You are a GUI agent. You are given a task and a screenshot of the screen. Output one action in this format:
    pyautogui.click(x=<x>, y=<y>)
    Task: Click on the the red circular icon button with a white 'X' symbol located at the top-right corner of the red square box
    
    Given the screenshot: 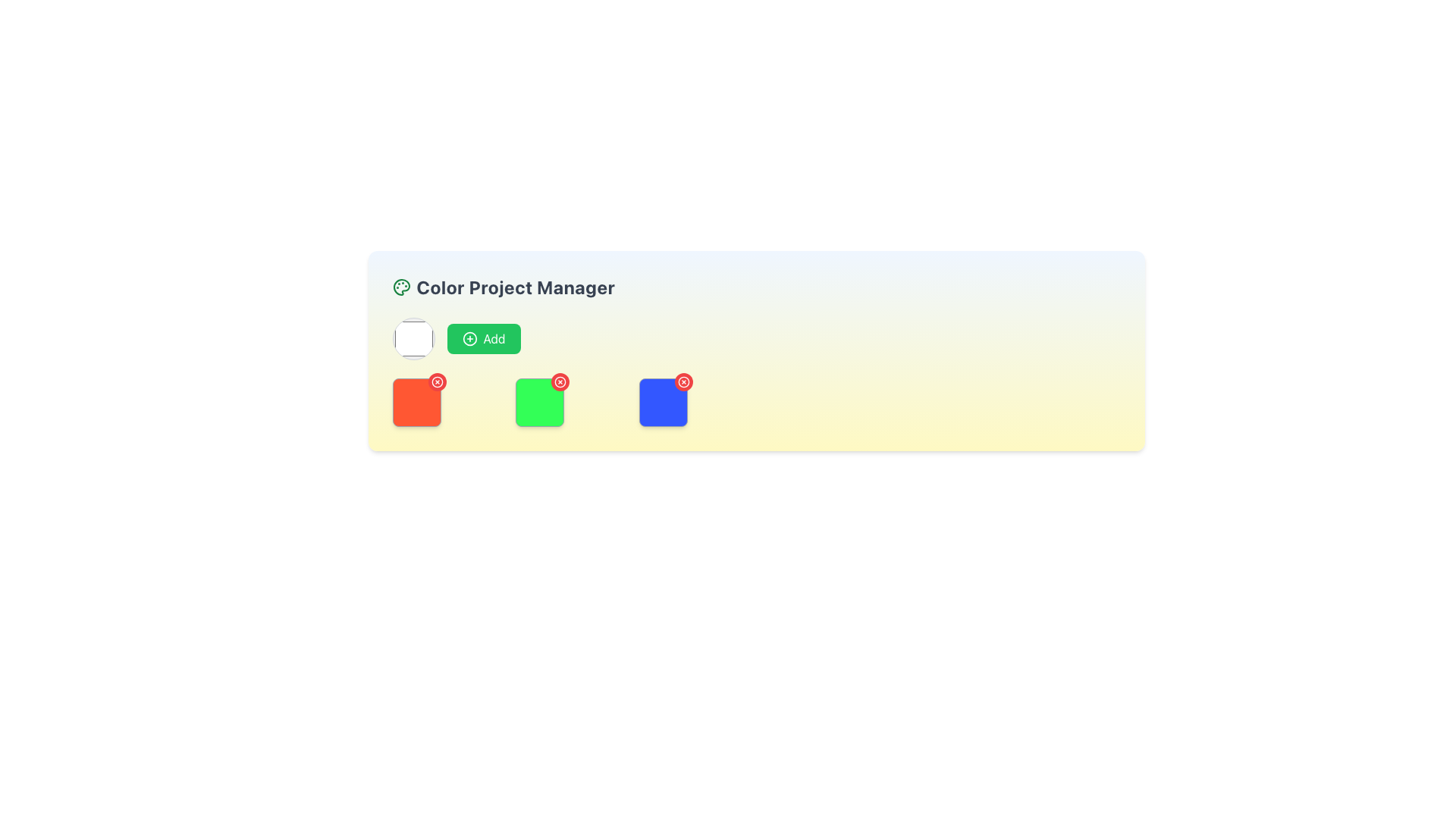 What is the action you would take?
    pyautogui.click(x=436, y=381)
    